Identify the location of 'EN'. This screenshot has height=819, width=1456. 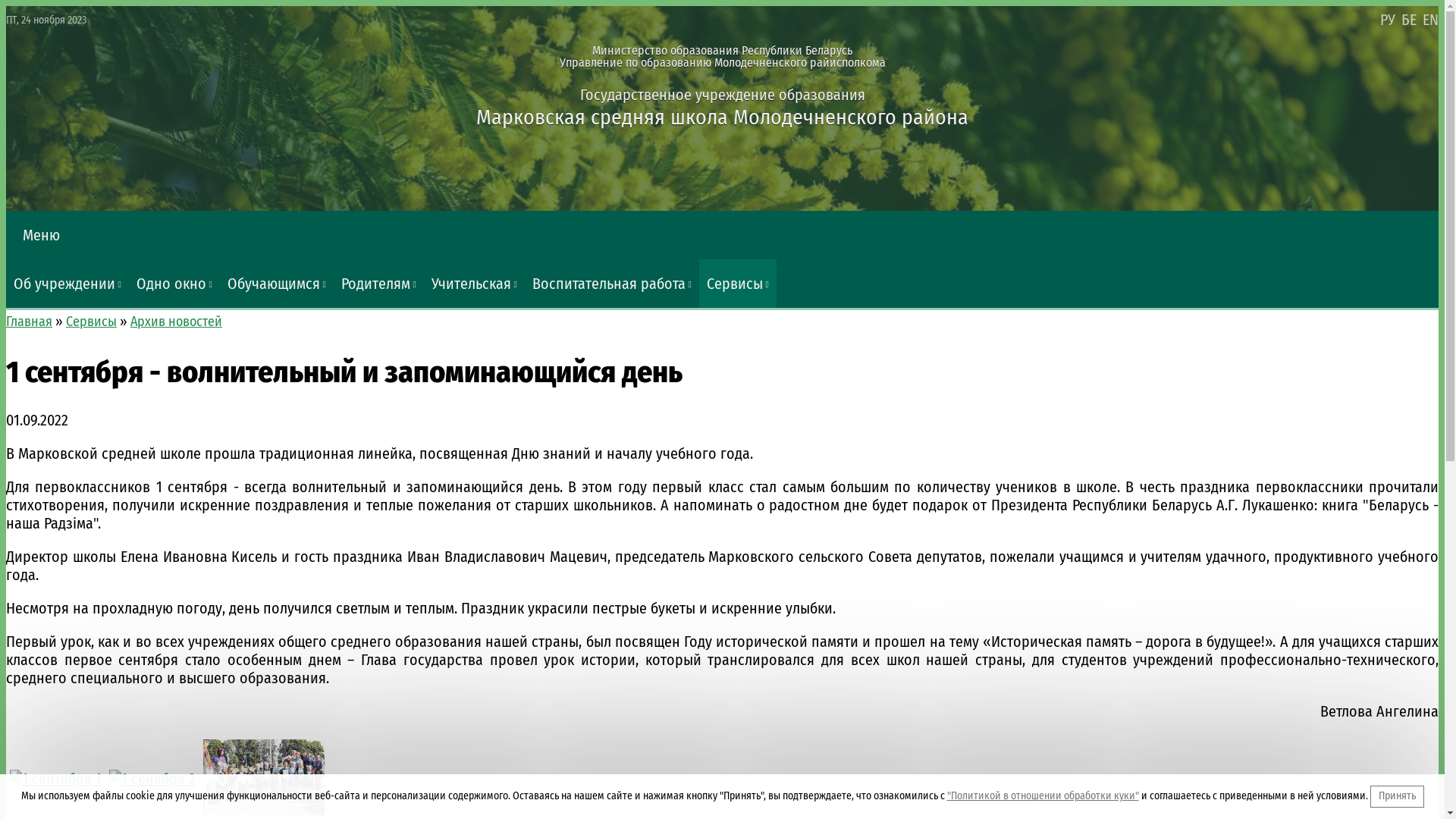
(1429, 20).